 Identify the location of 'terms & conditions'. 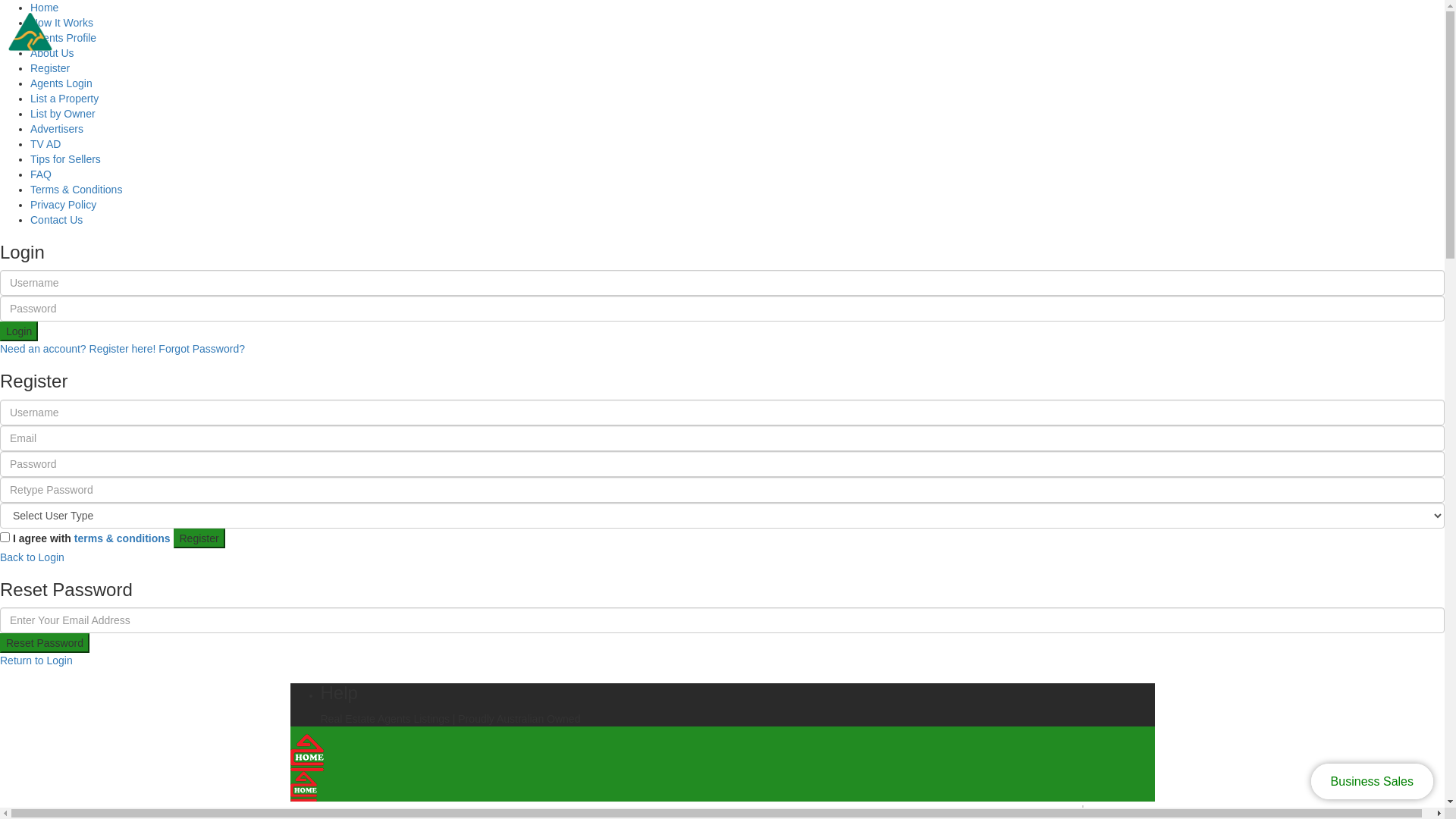
(73, 537).